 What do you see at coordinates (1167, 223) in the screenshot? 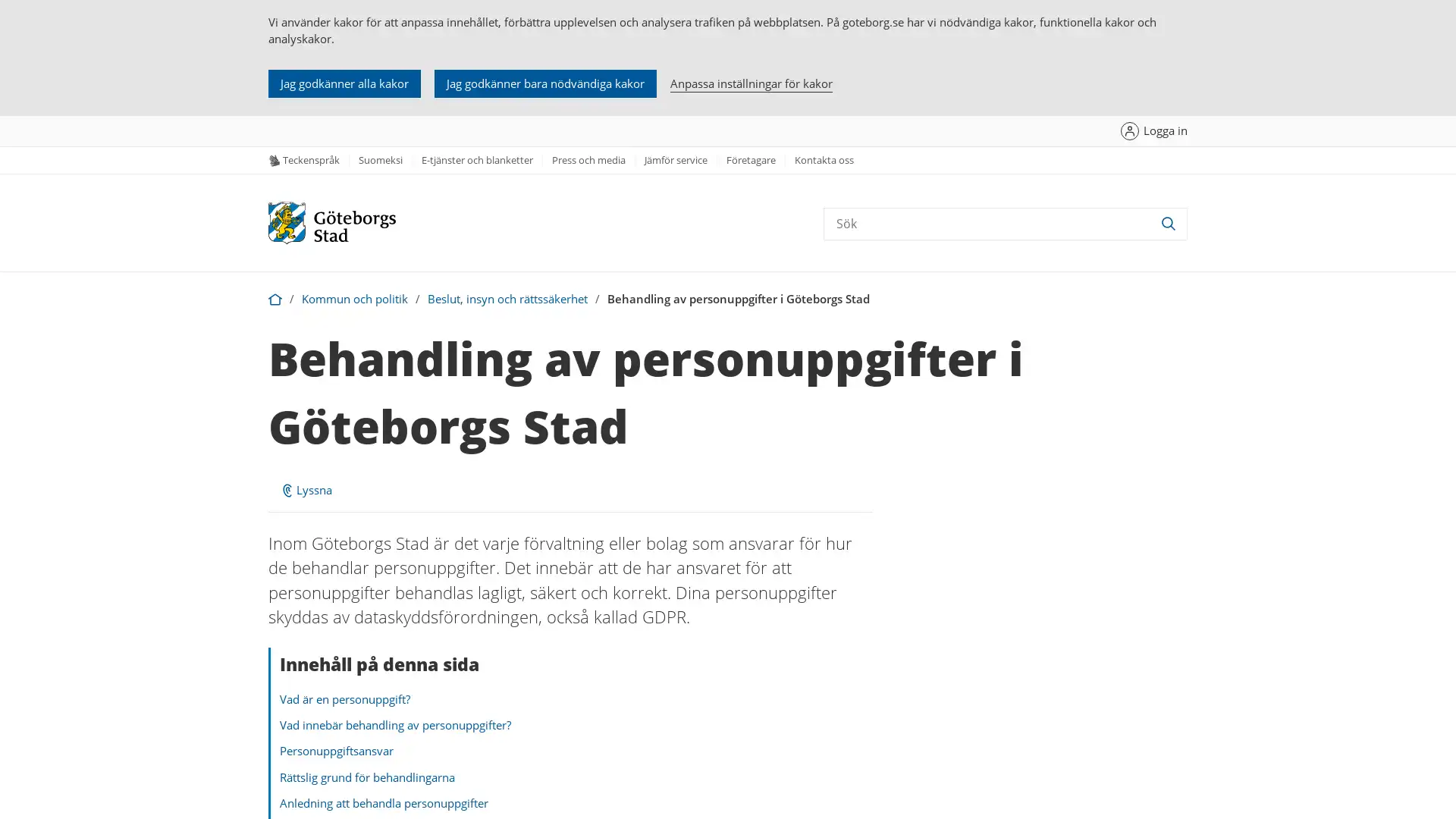
I see `Sok` at bounding box center [1167, 223].